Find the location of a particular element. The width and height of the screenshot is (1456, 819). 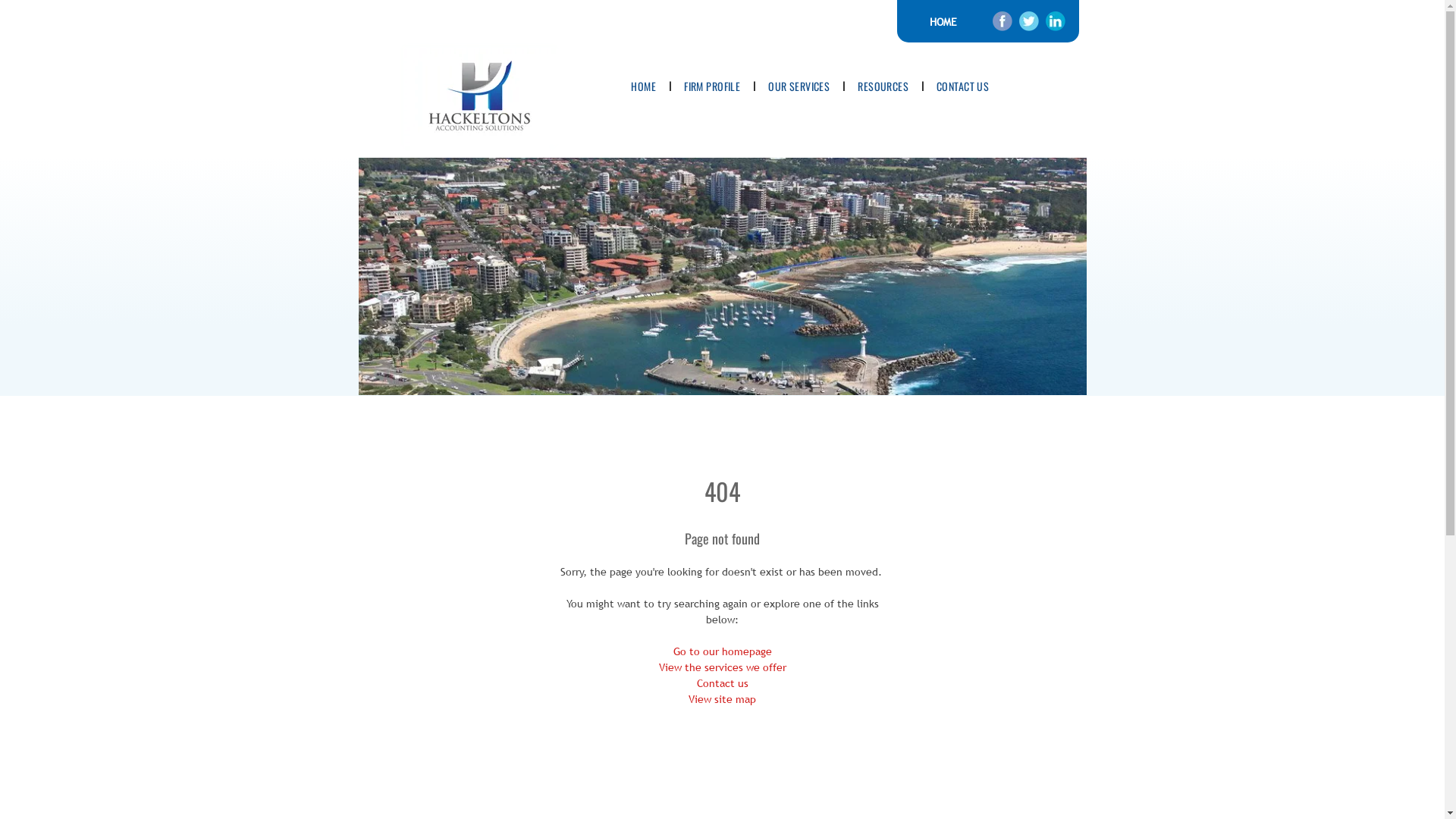

'HOME' is located at coordinates (942, 20).